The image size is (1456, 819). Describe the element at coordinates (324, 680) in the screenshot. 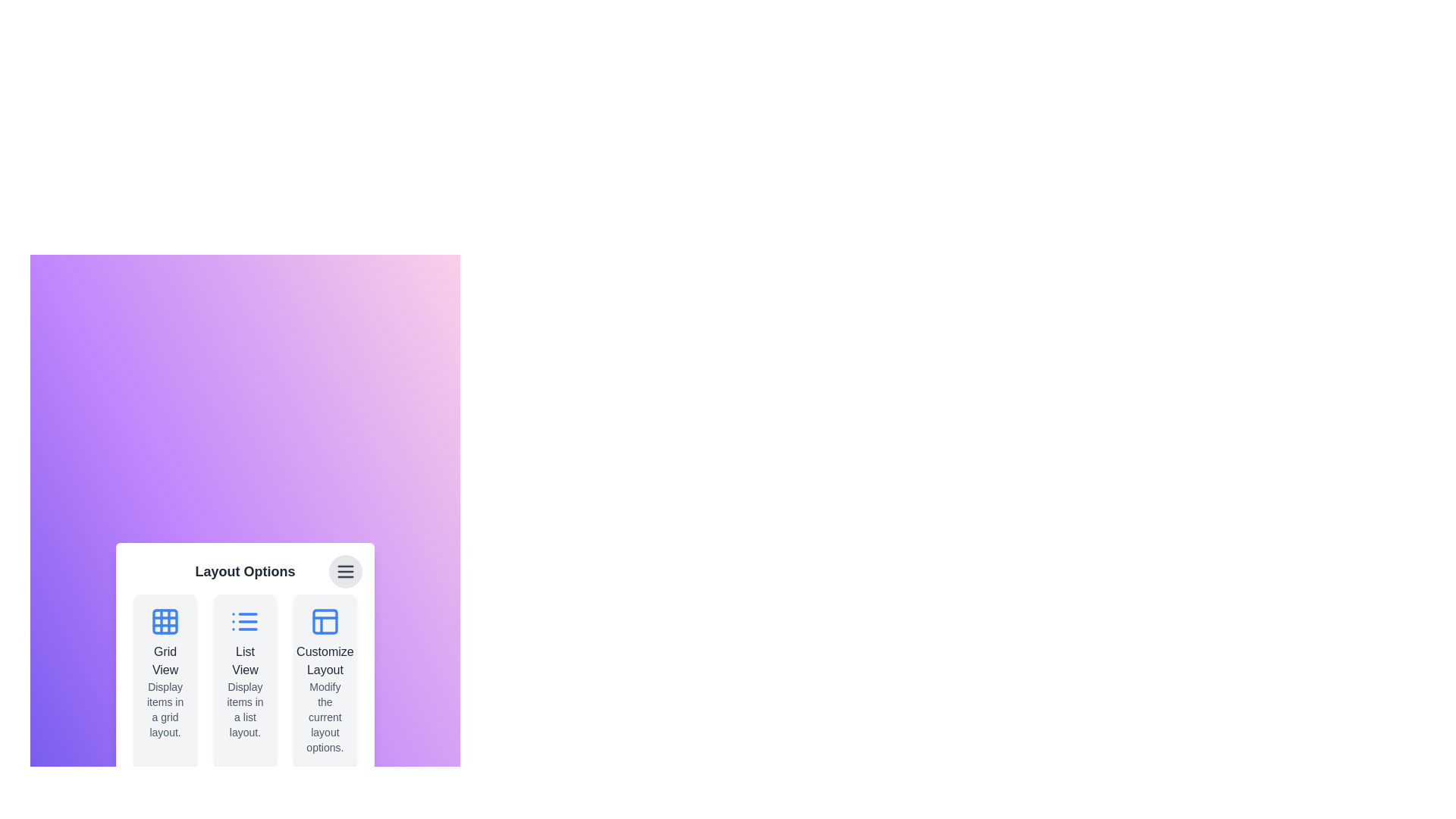

I see `the 'Customize Layout' card to select this option` at that location.